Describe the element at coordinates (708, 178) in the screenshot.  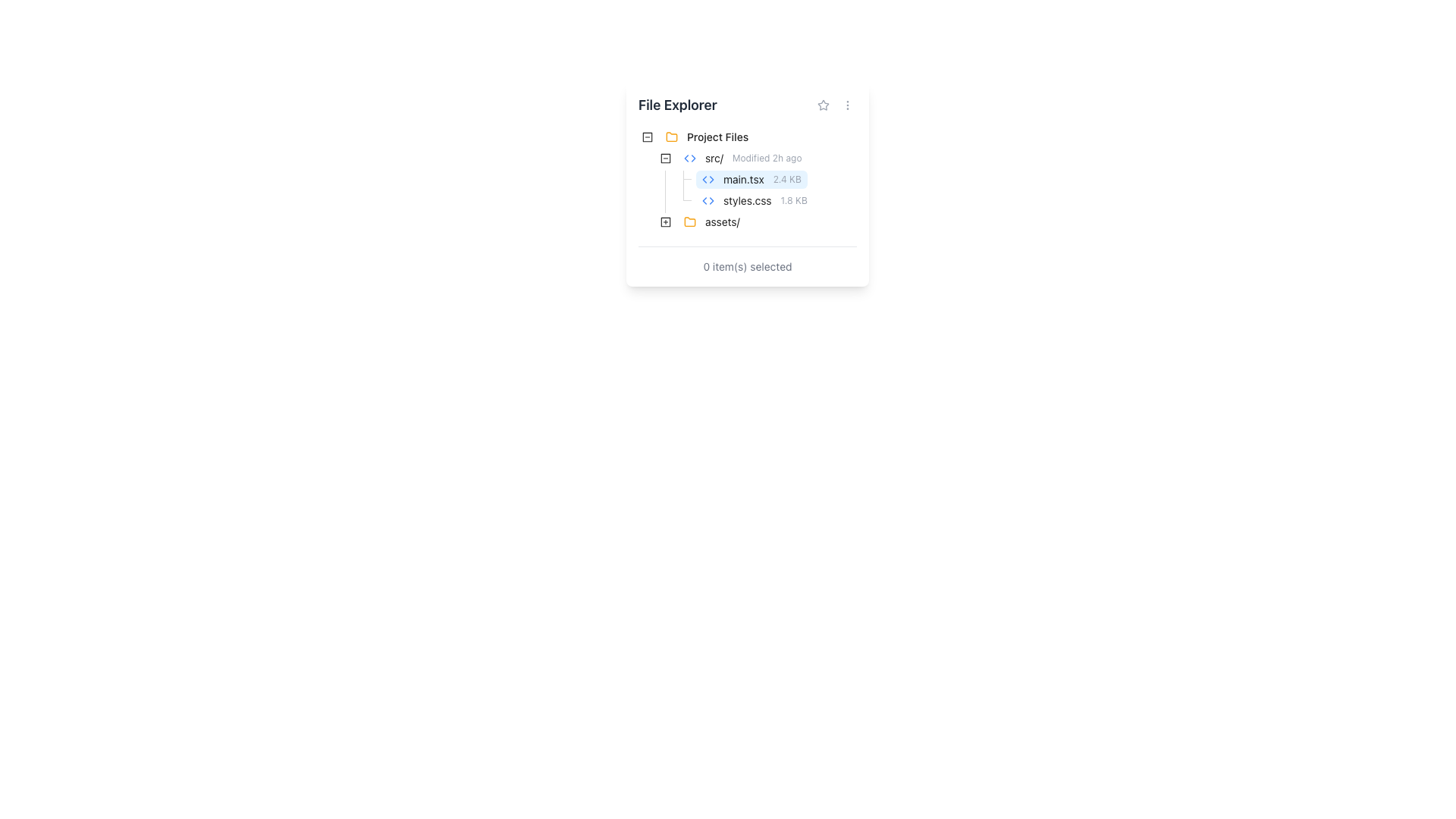
I see `the small blue icon resembling a code symbol with two inward-pointing chevrons, located next to the text 'main.tsx 2.4 KB' in the file explorer panel` at that location.